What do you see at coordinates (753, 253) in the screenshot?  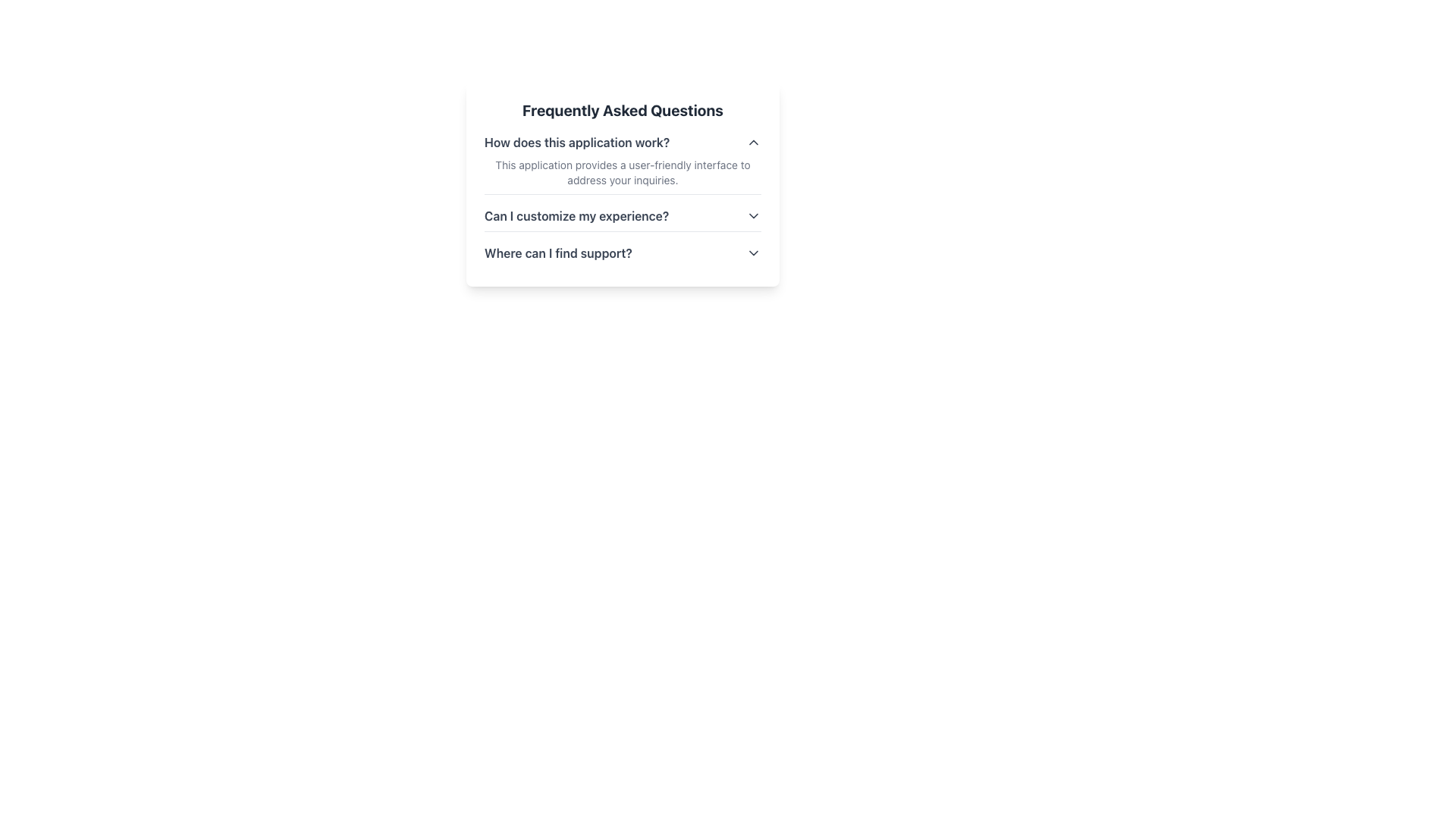 I see `the Chevron icon located at the rightmost edge of the question 'Where can I find support?'` at bounding box center [753, 253].